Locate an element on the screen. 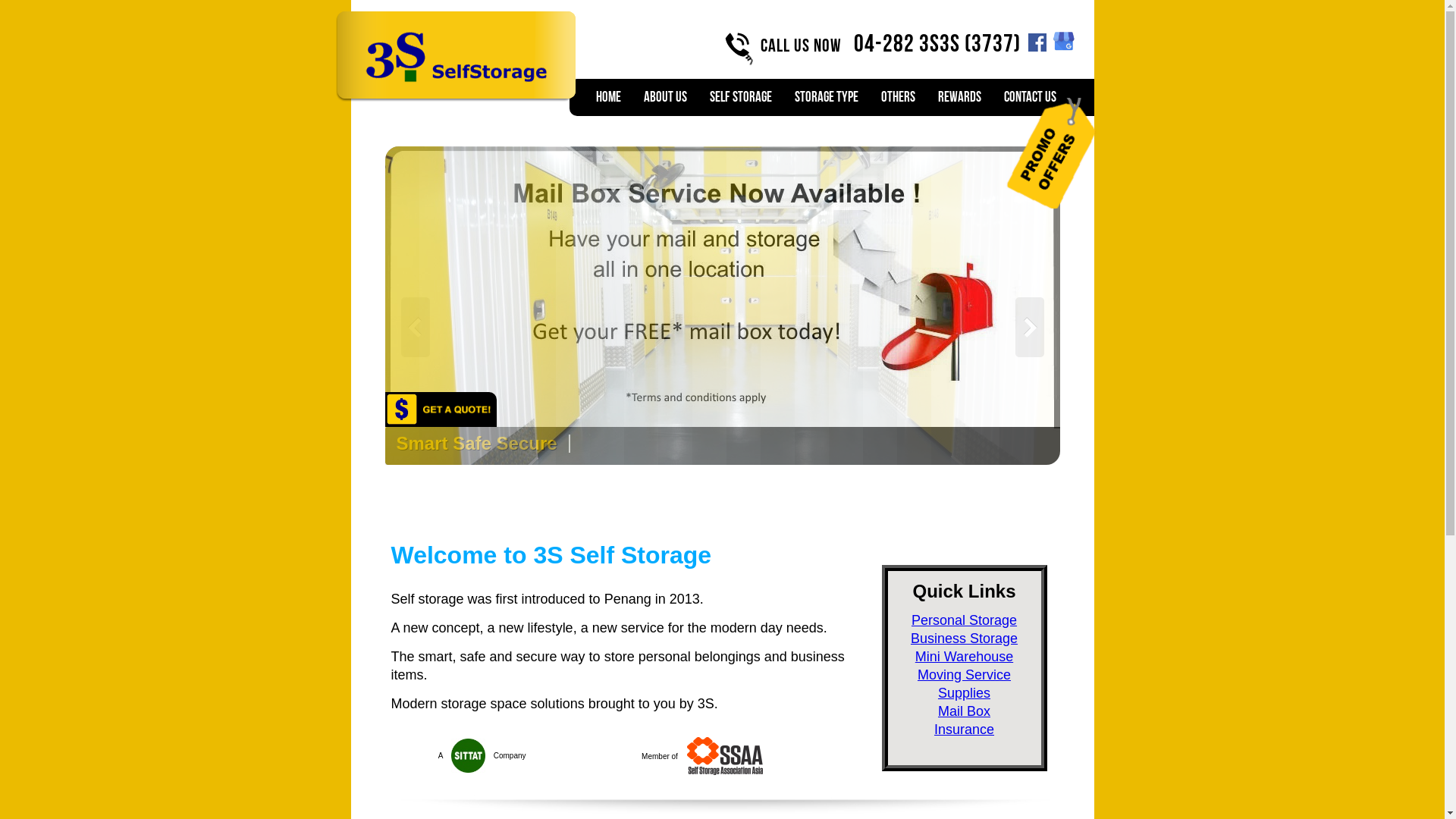 Image resolution: width=1456 pixels, height=819 pixels. 'Next' is located at coordinates (415, 327).